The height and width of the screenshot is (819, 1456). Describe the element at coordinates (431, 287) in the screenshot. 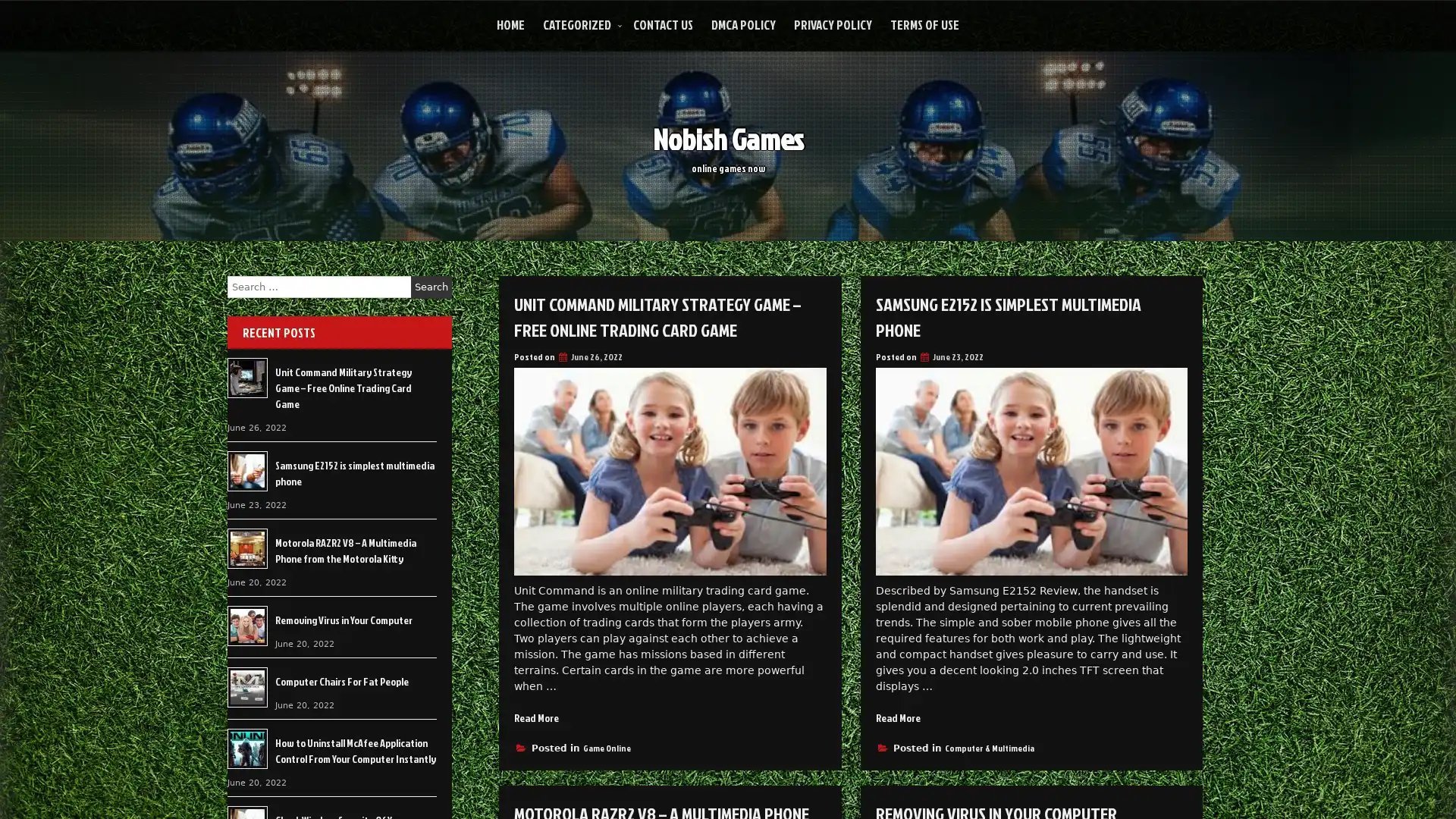

I see `Search` at that location.